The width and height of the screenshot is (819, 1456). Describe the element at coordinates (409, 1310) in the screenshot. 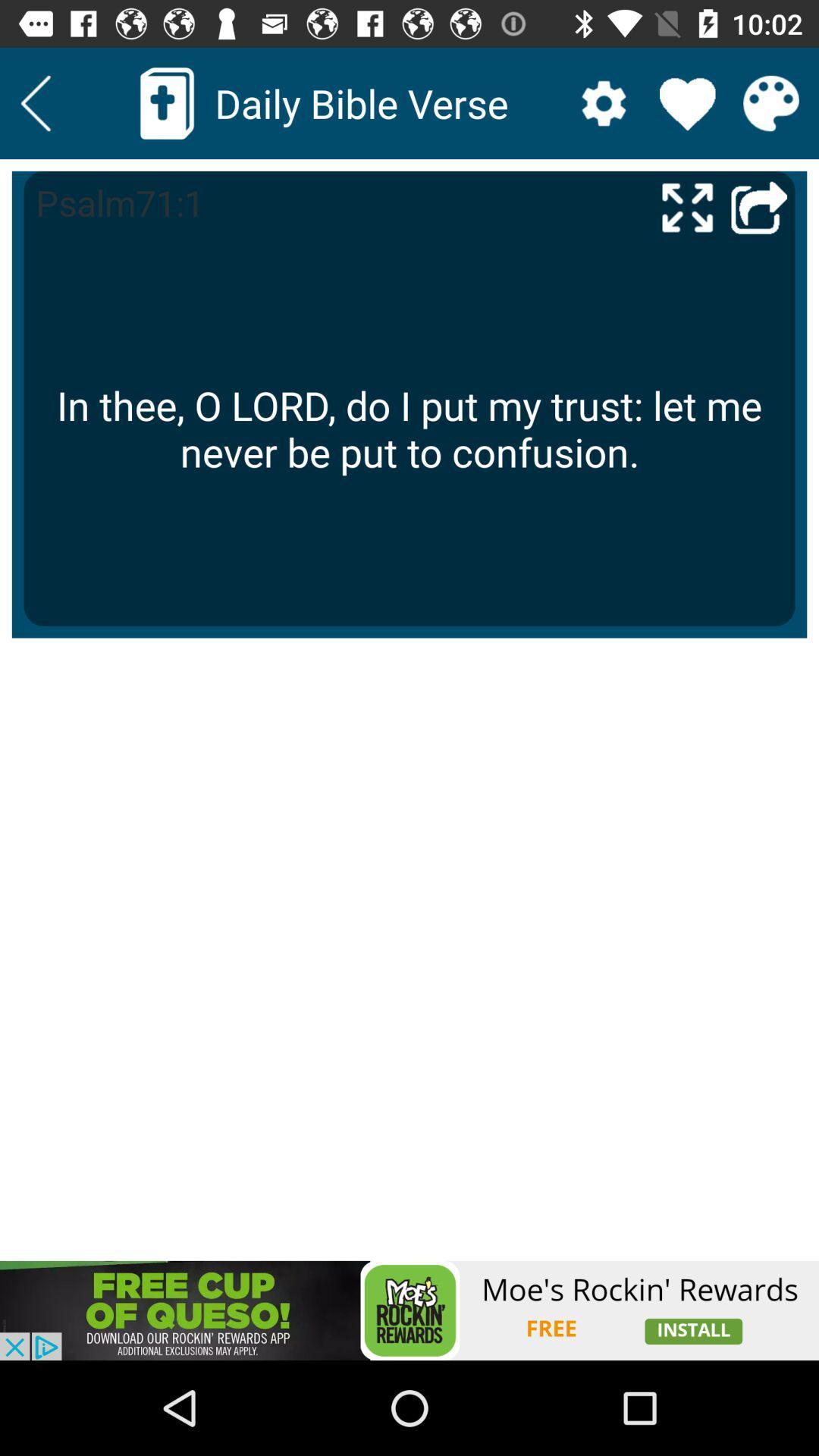

I see `advertisement` at that location.